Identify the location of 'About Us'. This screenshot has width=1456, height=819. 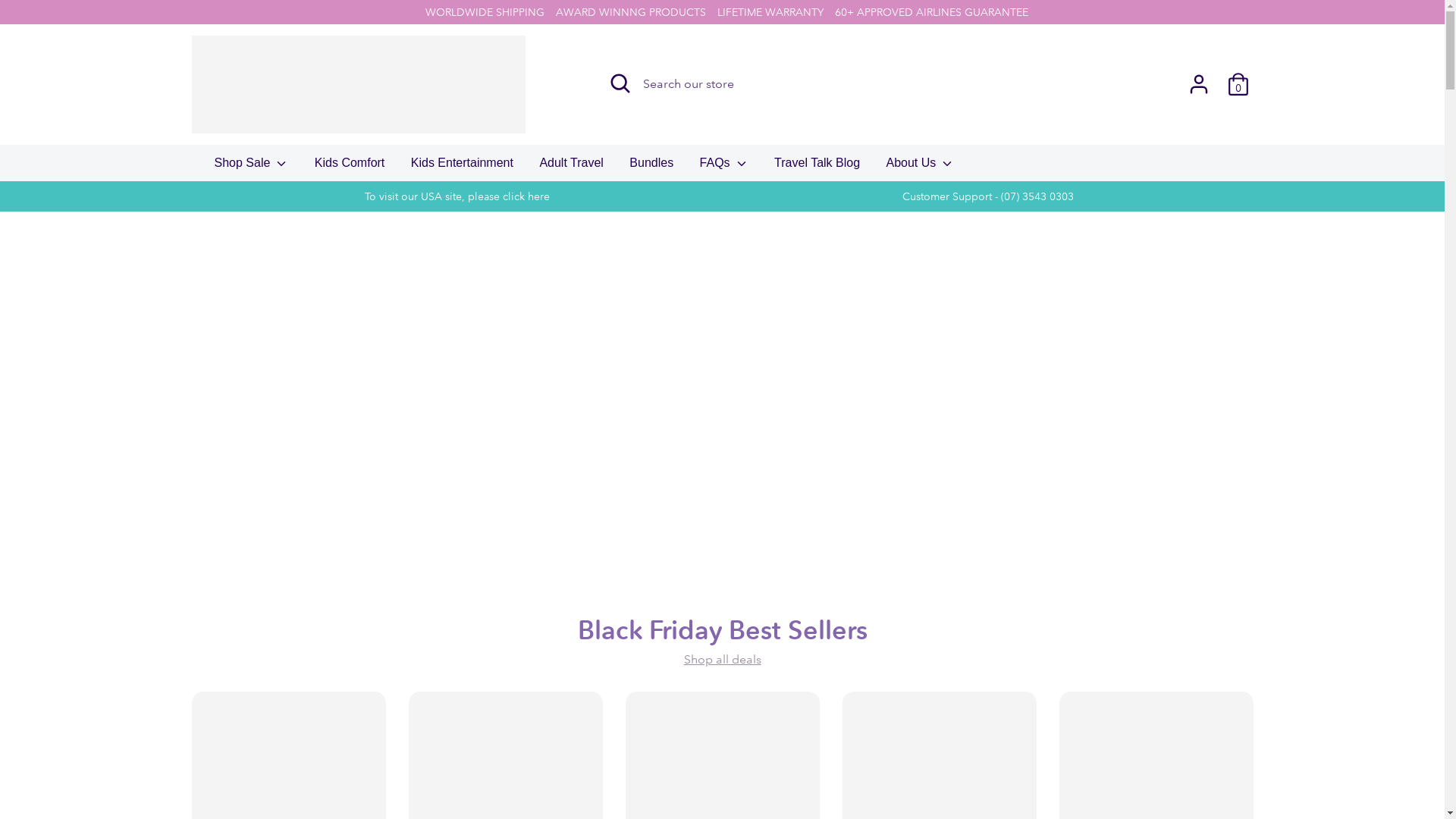
(920, 167).